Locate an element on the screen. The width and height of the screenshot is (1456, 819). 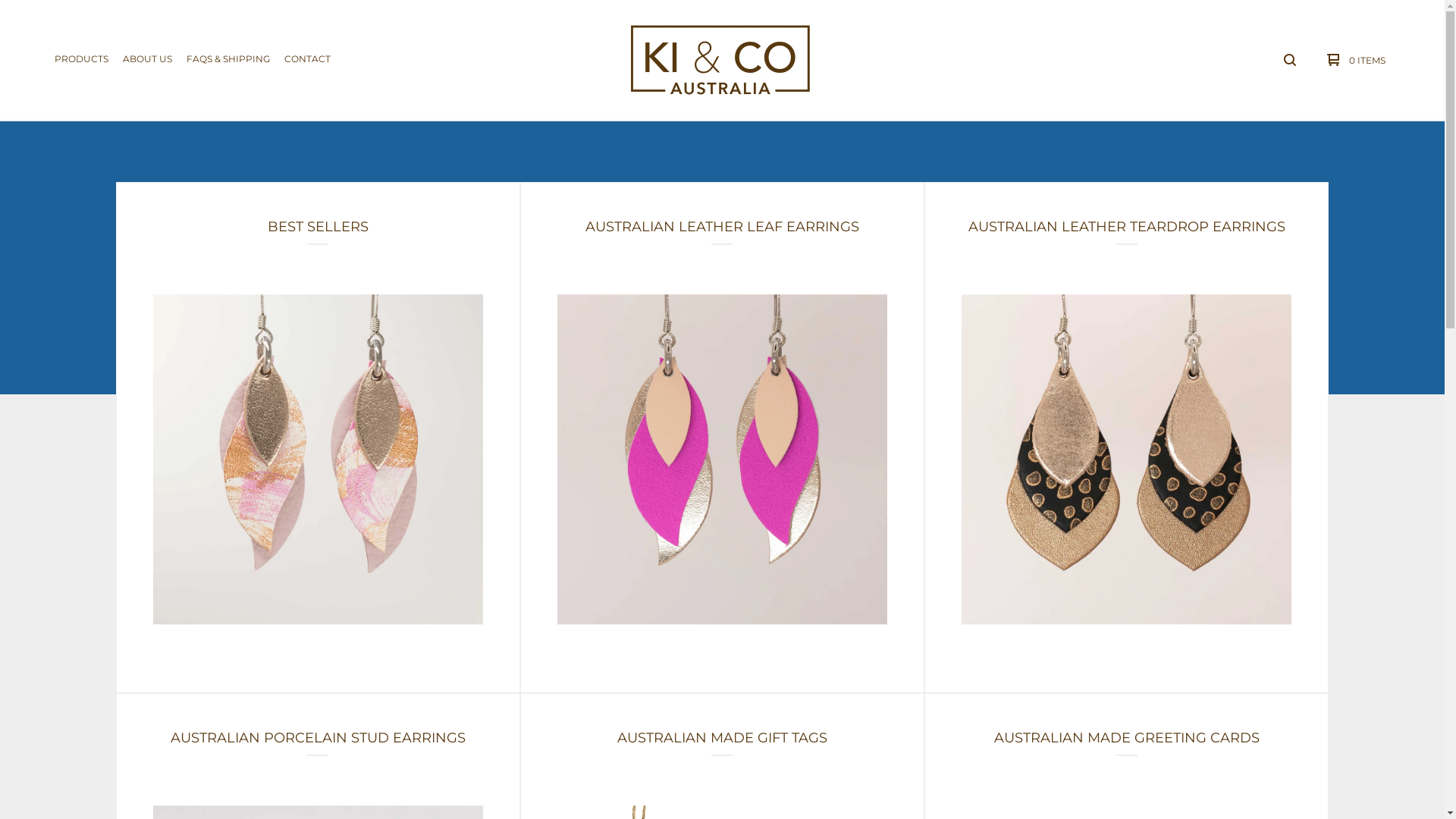
'FAQS & SHIPPING' is located at coordinates (227, 58).